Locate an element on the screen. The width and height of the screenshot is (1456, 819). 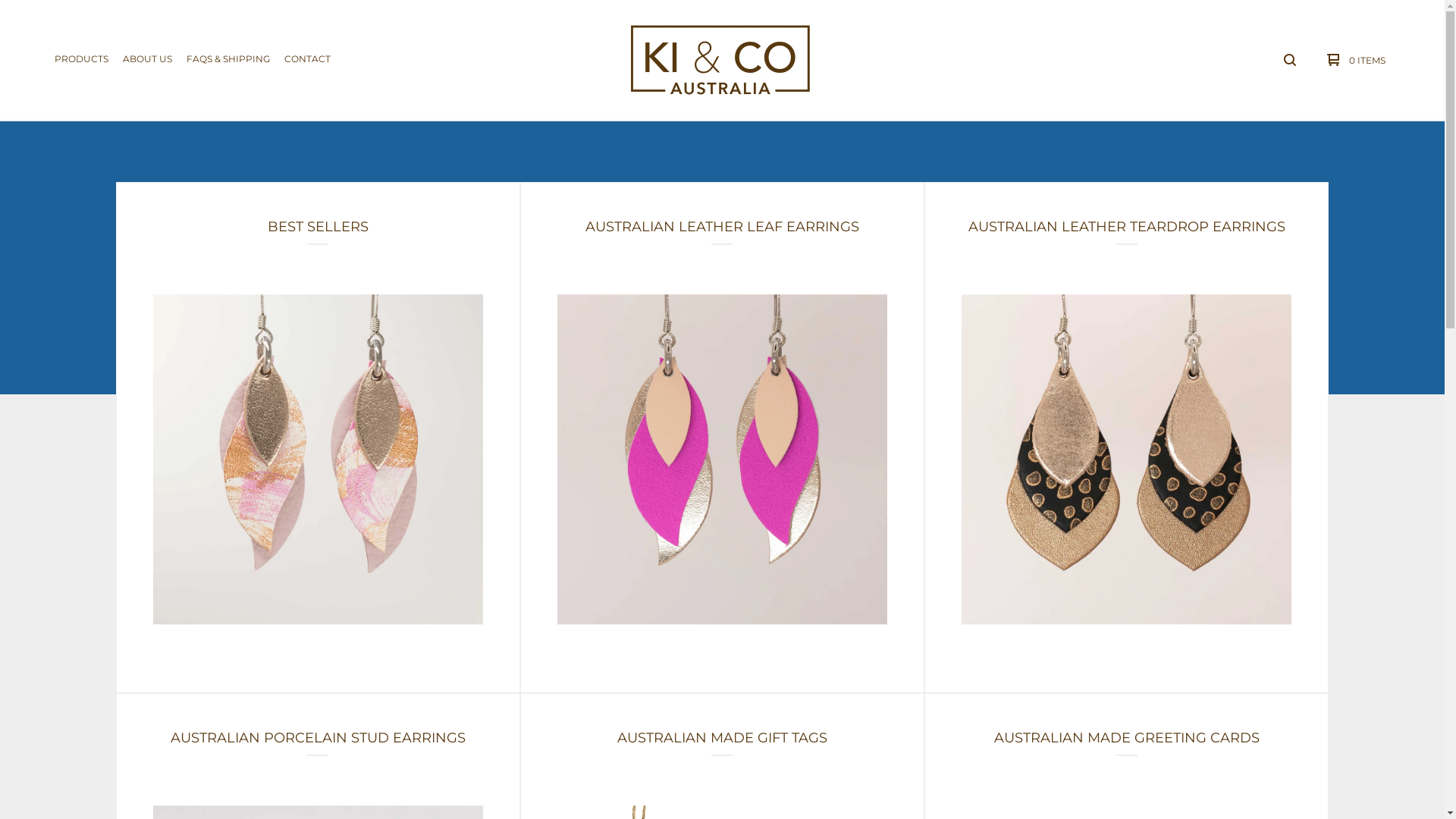
'FAQS & SHIPPING' is located at coordinates (227, 58).